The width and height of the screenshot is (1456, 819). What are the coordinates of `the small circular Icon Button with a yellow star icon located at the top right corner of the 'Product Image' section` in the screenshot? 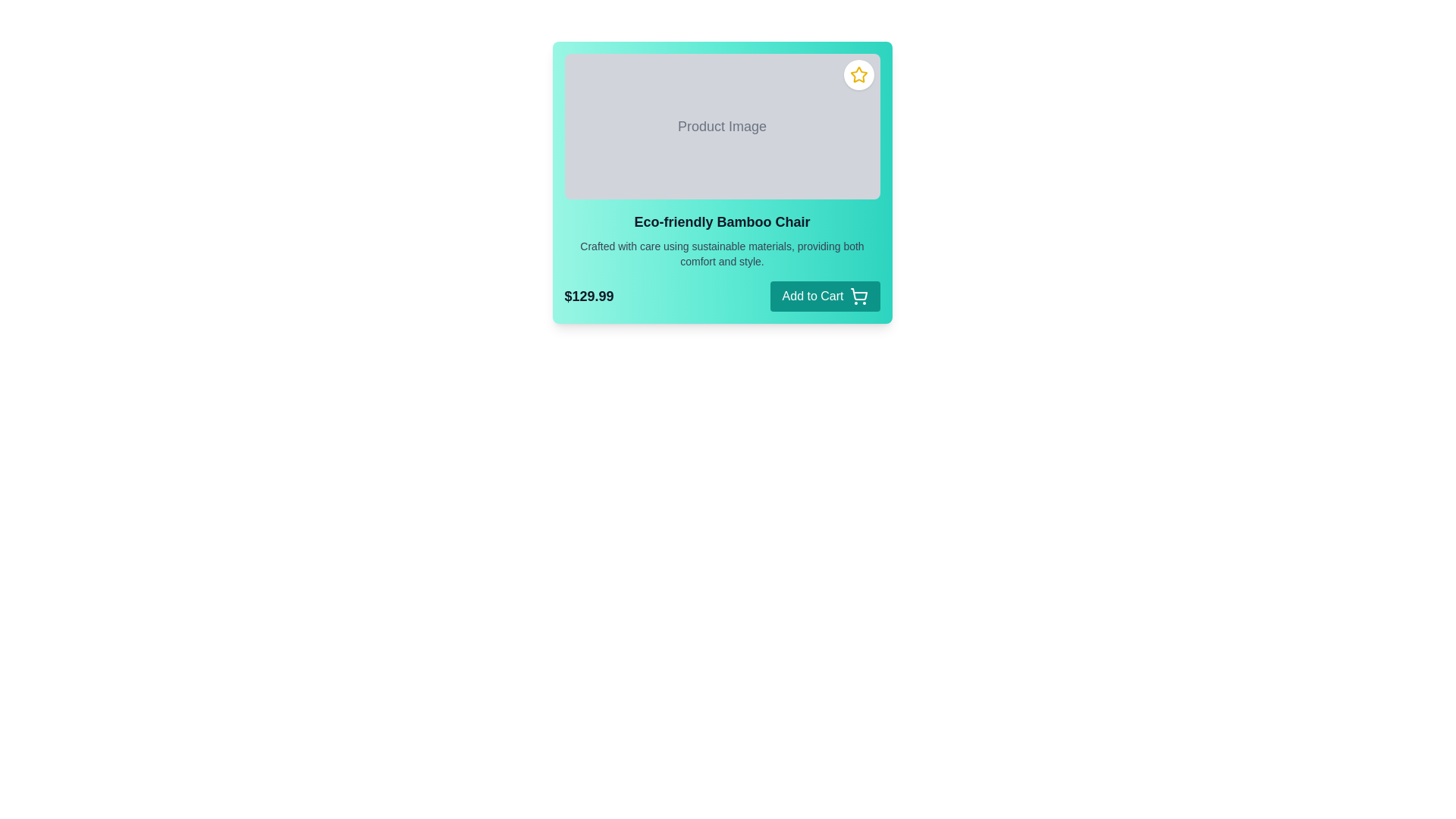 It's located at (858, 75).